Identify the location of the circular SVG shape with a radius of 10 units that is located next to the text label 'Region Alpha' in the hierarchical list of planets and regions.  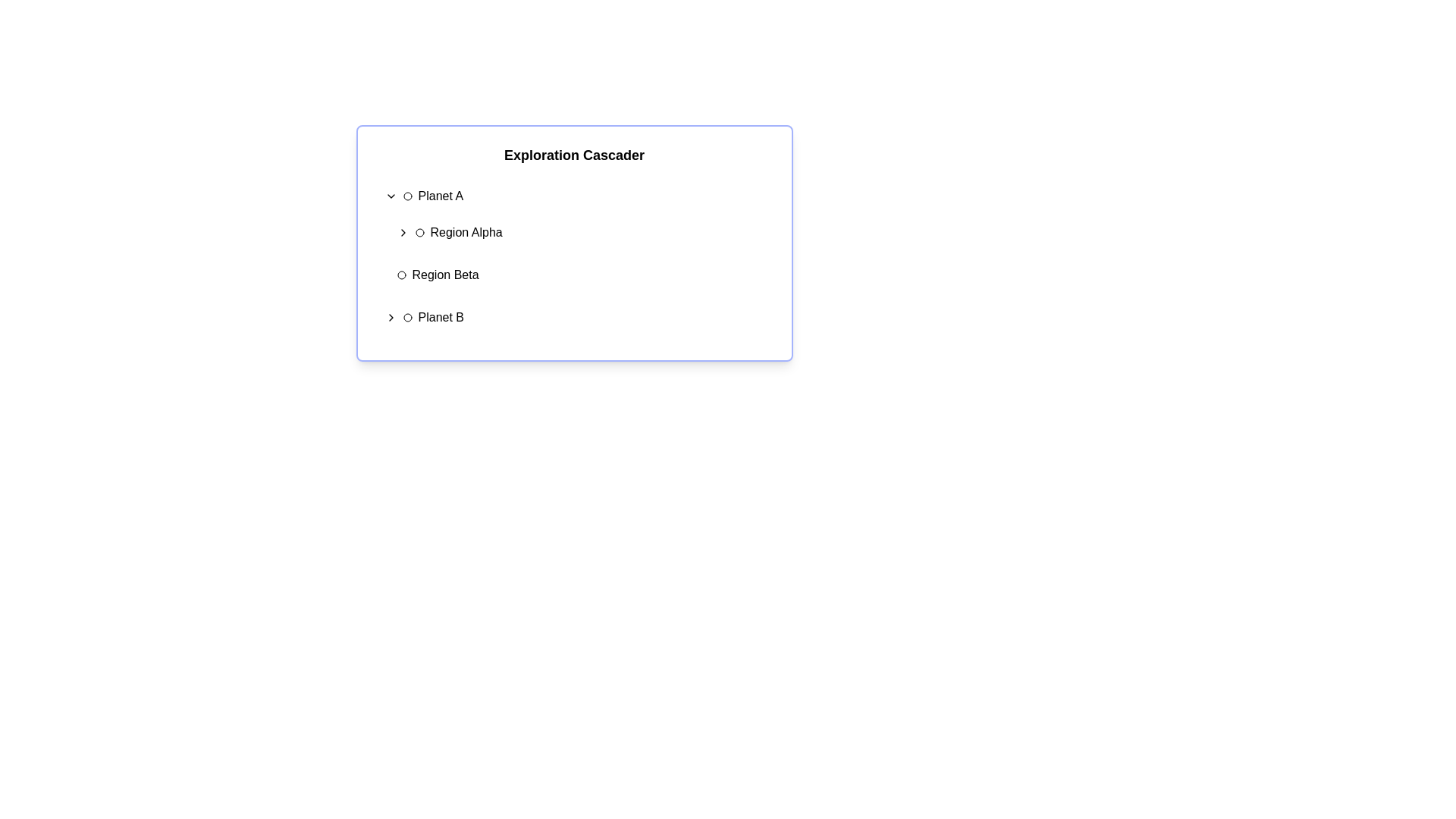
(419, 233).